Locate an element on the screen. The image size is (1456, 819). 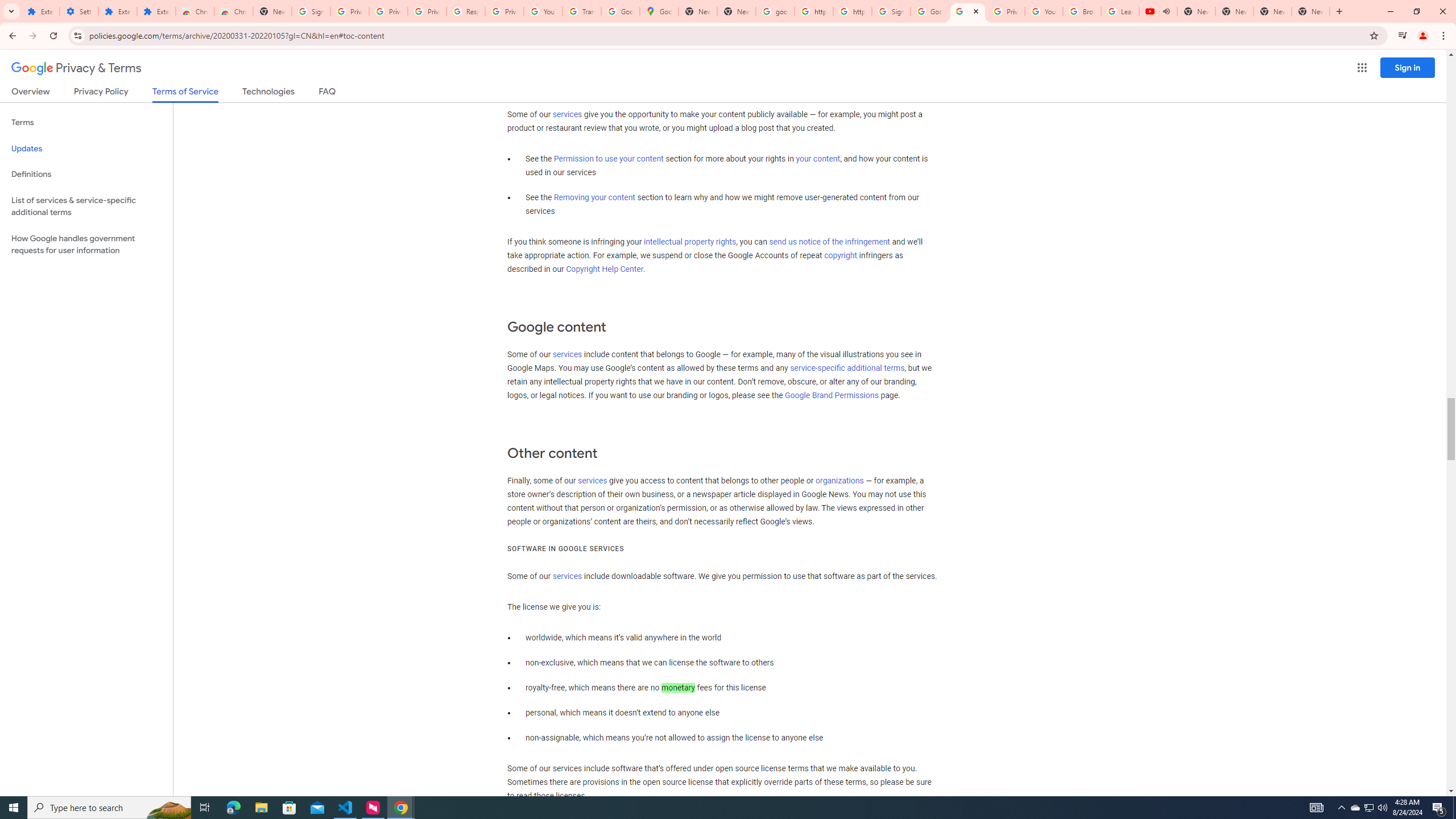
'Removing your content' is located at coordinates (593, 197).